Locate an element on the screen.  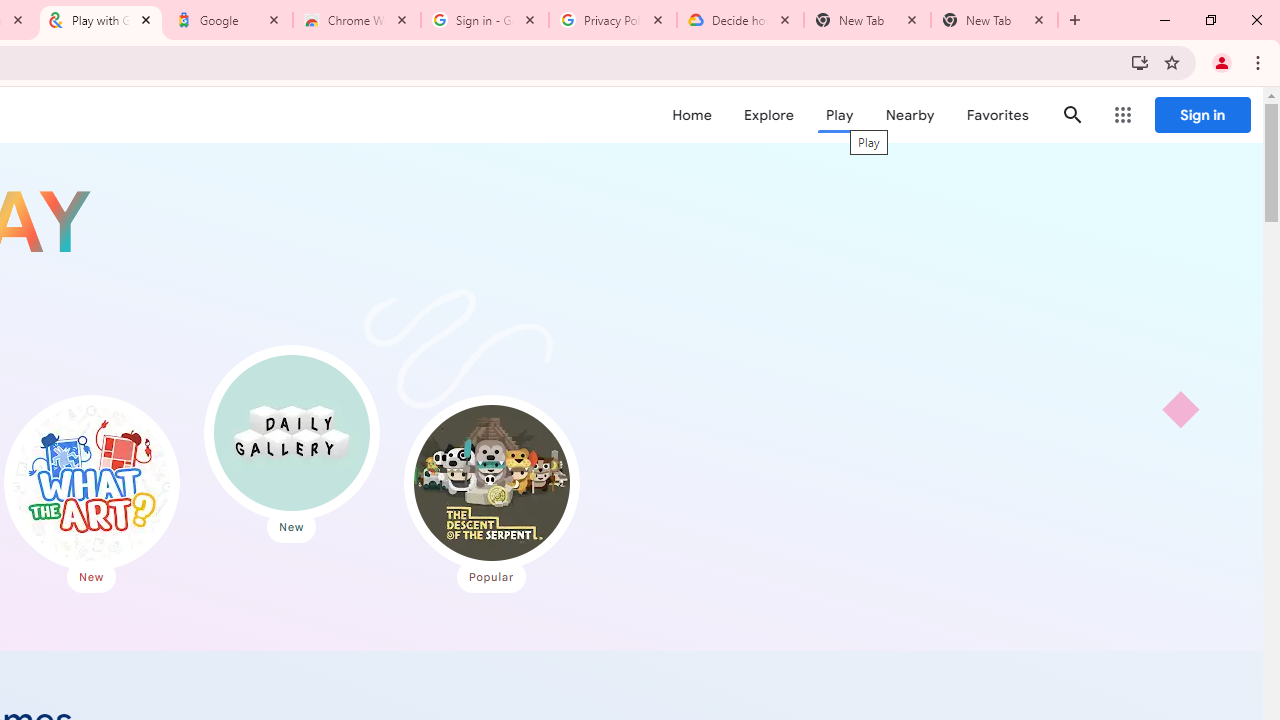
'Nearby' is located at coordinates (909, 115).